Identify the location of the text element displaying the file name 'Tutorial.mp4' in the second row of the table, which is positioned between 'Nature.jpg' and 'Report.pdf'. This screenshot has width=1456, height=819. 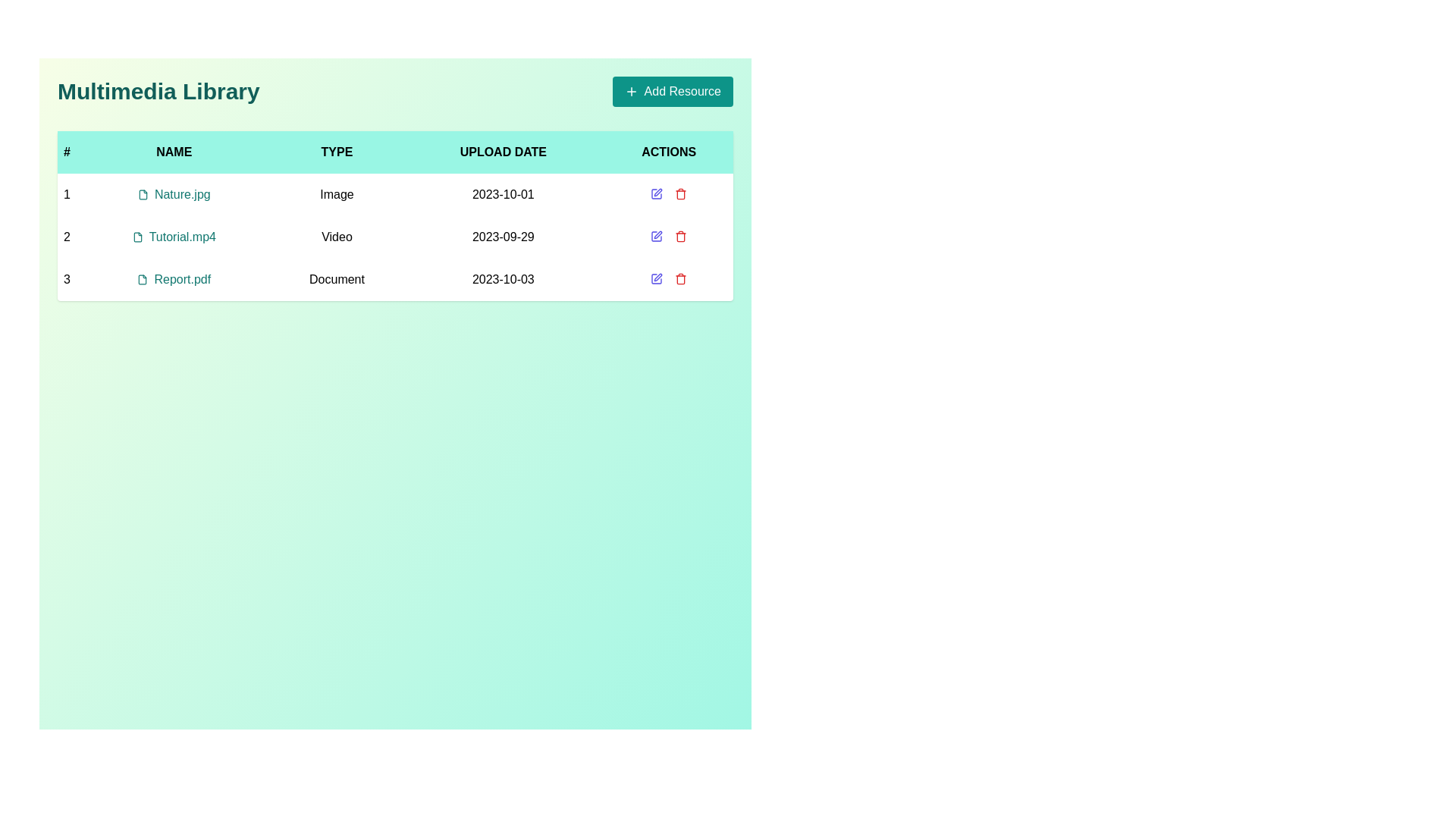
(174, 237).